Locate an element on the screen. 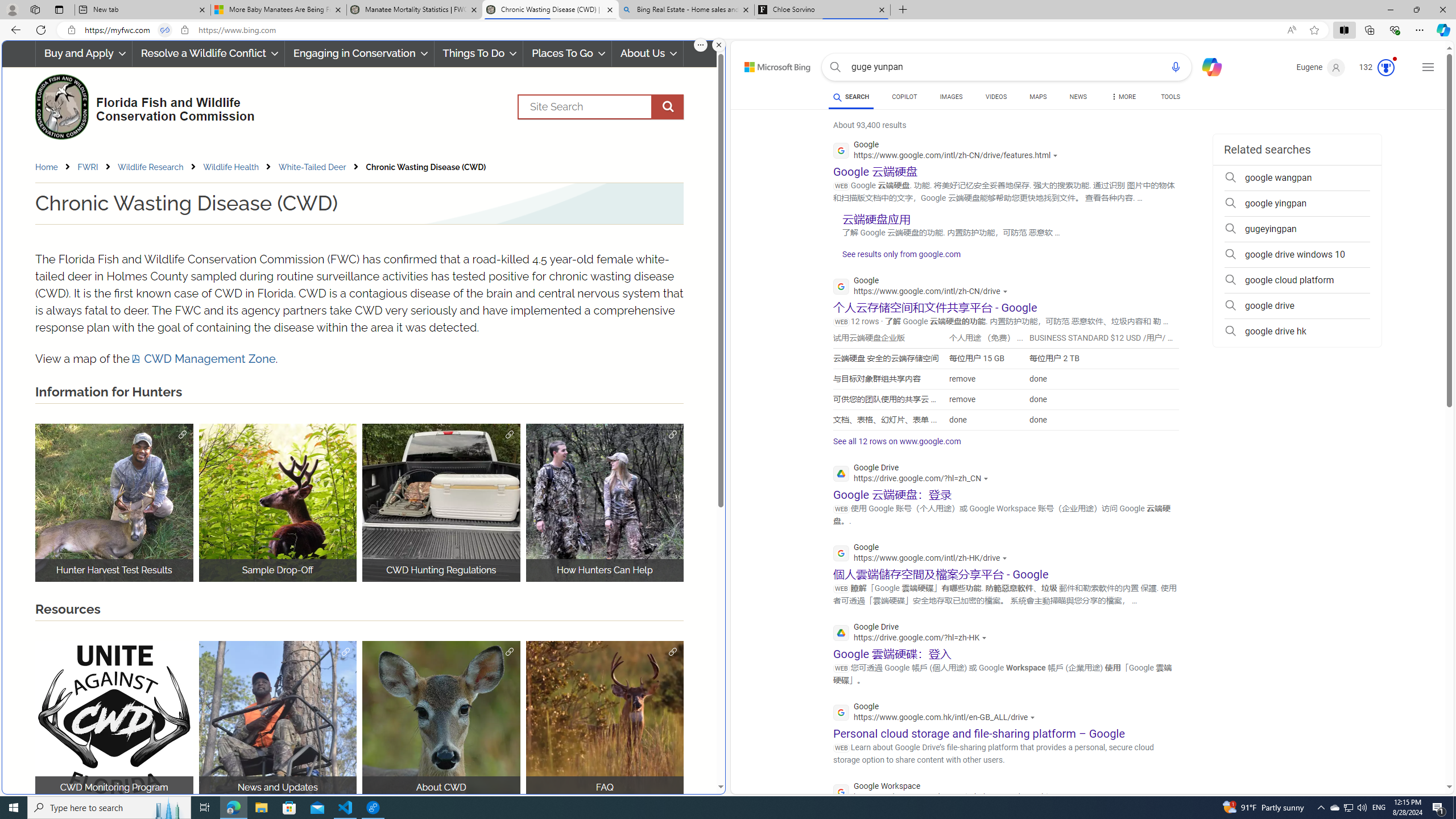  'Home' is located at coordinates (55, 166).